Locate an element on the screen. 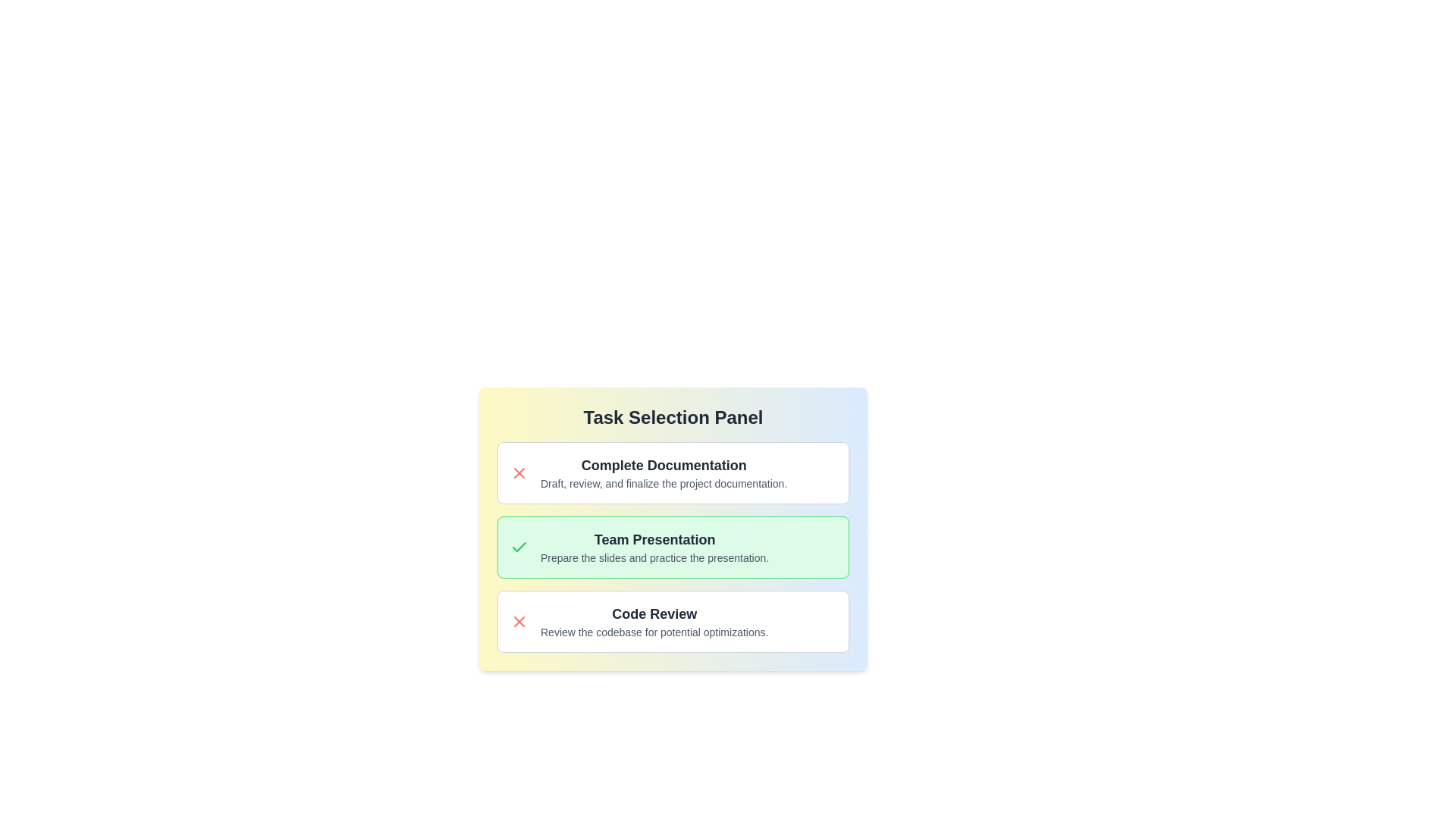  text content of the Text Label that serves as the title for the task item labeled 'Complete Documentation', located near the upper section of a vertically aligned list of task items is located at coordinates (664, 464).